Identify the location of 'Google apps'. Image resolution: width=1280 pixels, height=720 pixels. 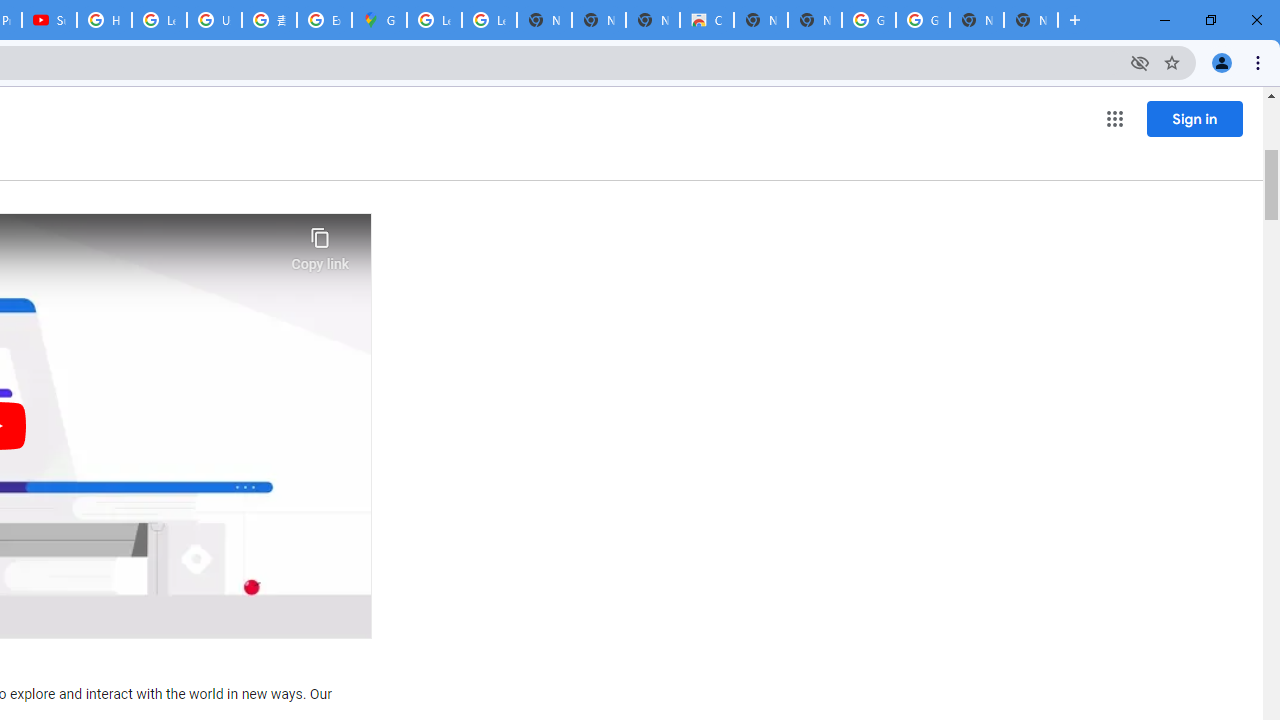
(1113, 119).